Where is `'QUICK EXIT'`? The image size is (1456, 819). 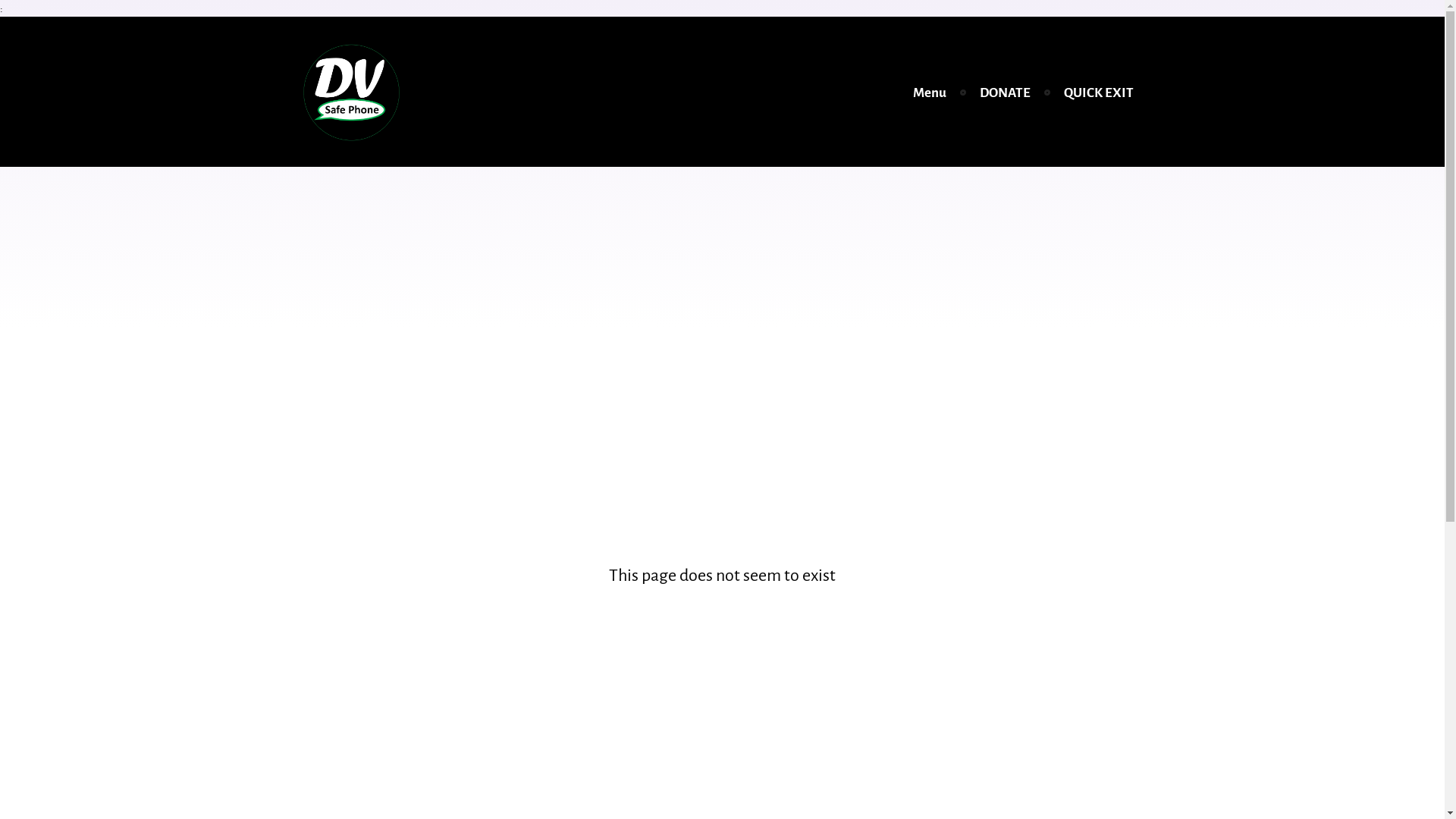
'QUICK EXIT' is located at coordinates (1098, 93).